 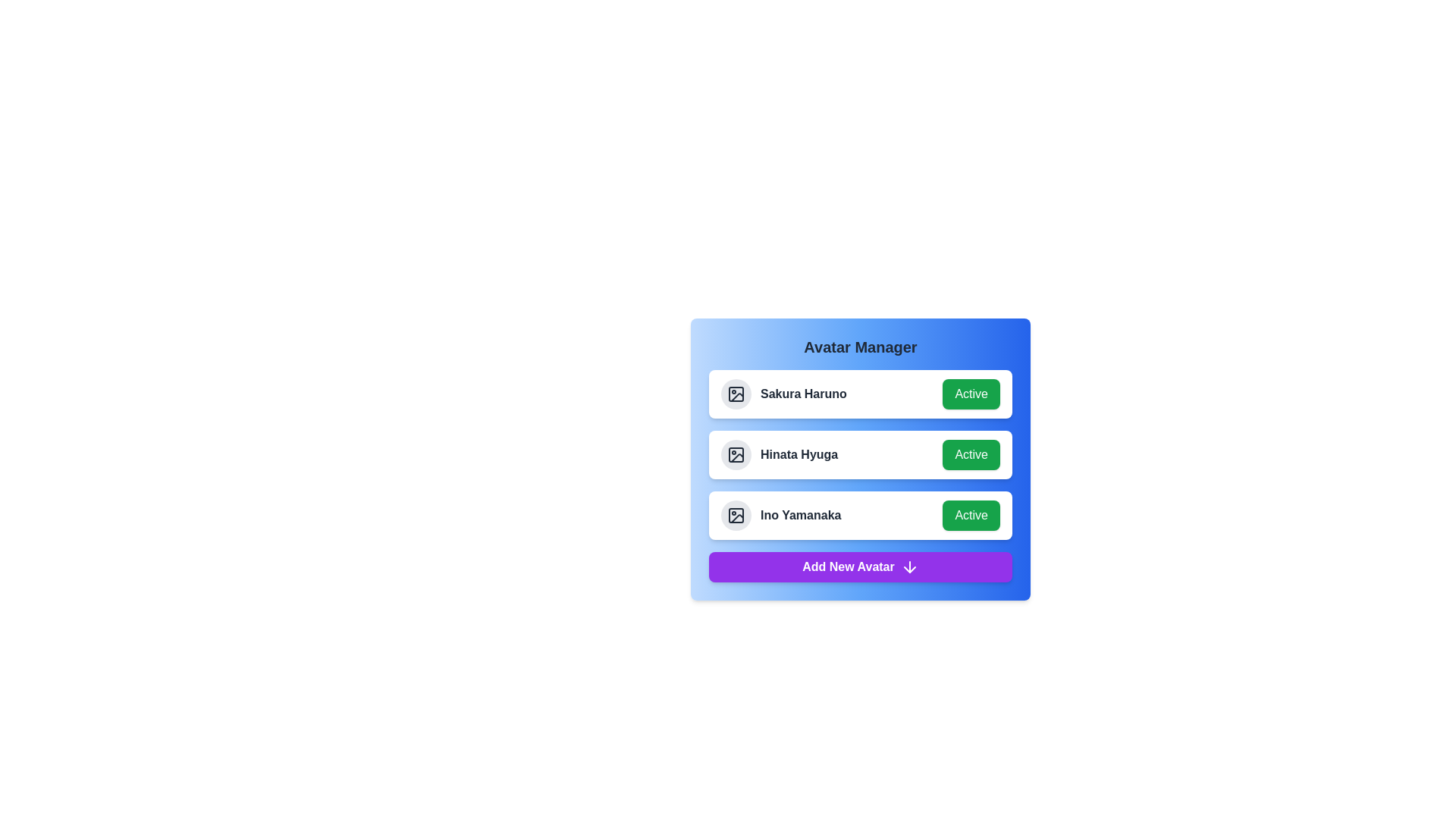 I want to click on the icon associated with the 'Ino Yamanaka' entry, which is located in the avatar management component, specifically in the third row from the top and on the leftmost side near the user name label, so click(x=736, y=514).